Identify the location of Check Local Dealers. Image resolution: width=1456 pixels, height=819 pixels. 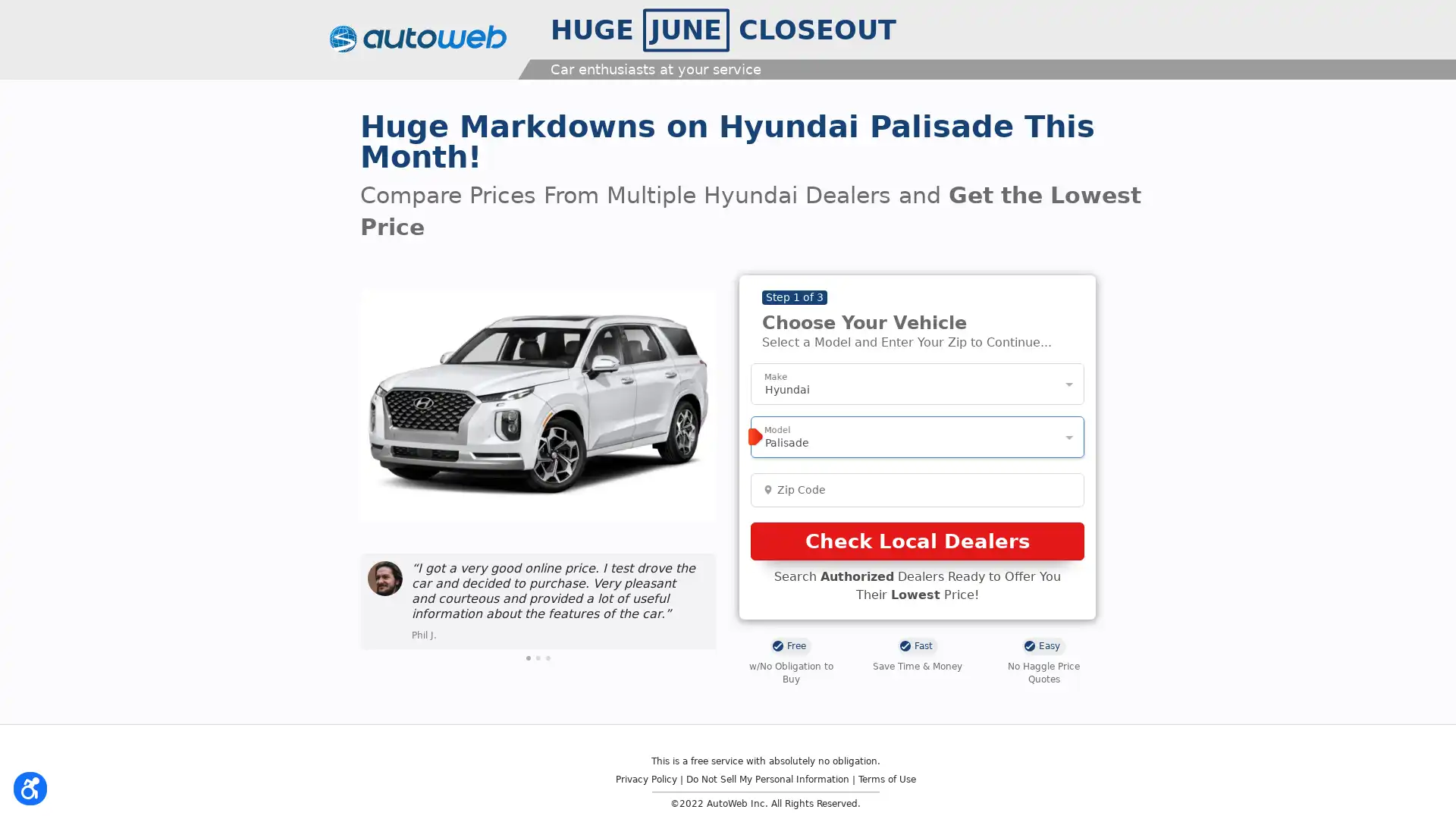
(916, 540).